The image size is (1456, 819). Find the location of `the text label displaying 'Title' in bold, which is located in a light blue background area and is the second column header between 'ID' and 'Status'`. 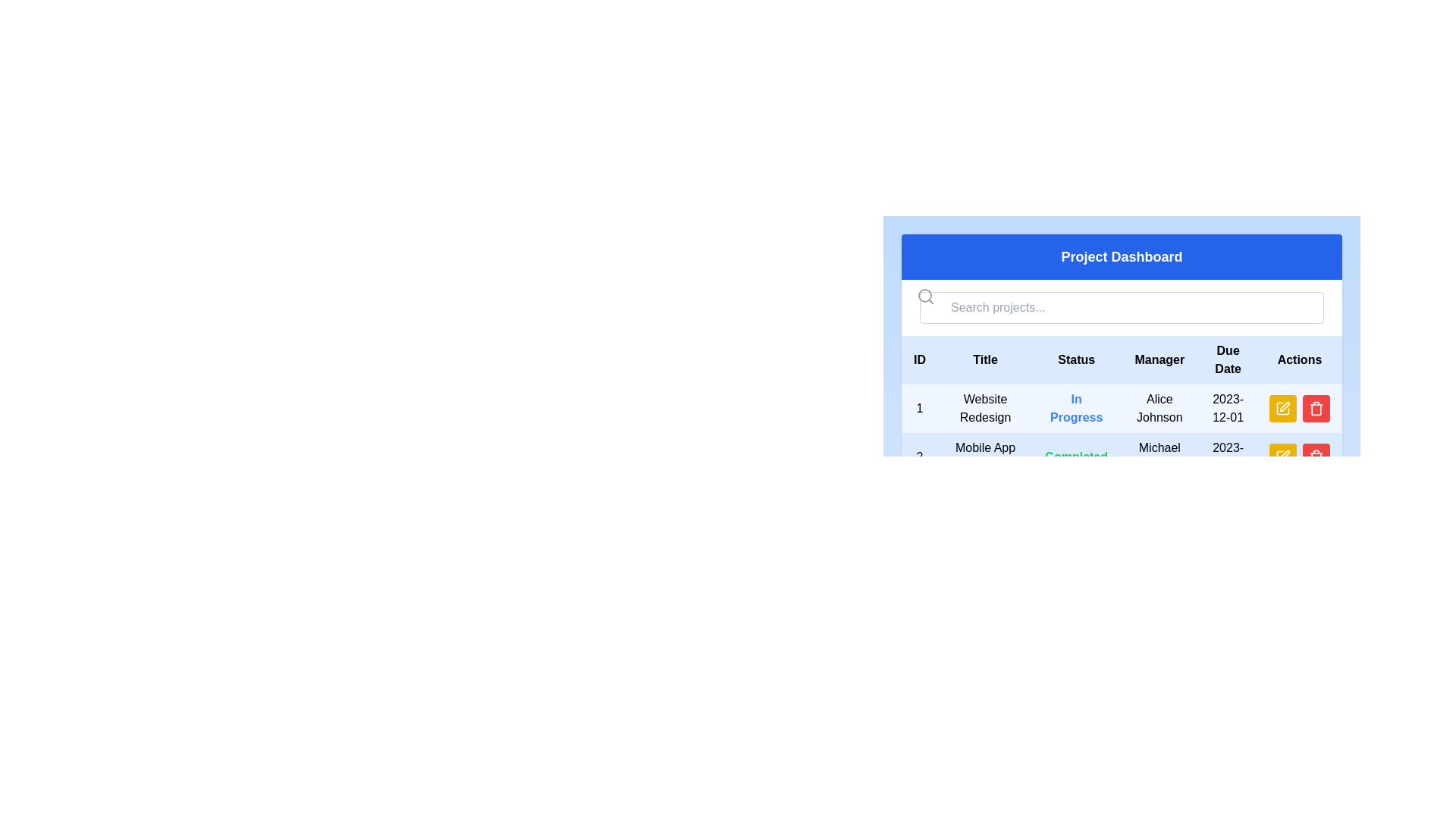

the text label displaying 'Title' in bold, which is located in a light blue background area and is the second column header between 'ID' and 'Status' is located at coordinates (985, 359).